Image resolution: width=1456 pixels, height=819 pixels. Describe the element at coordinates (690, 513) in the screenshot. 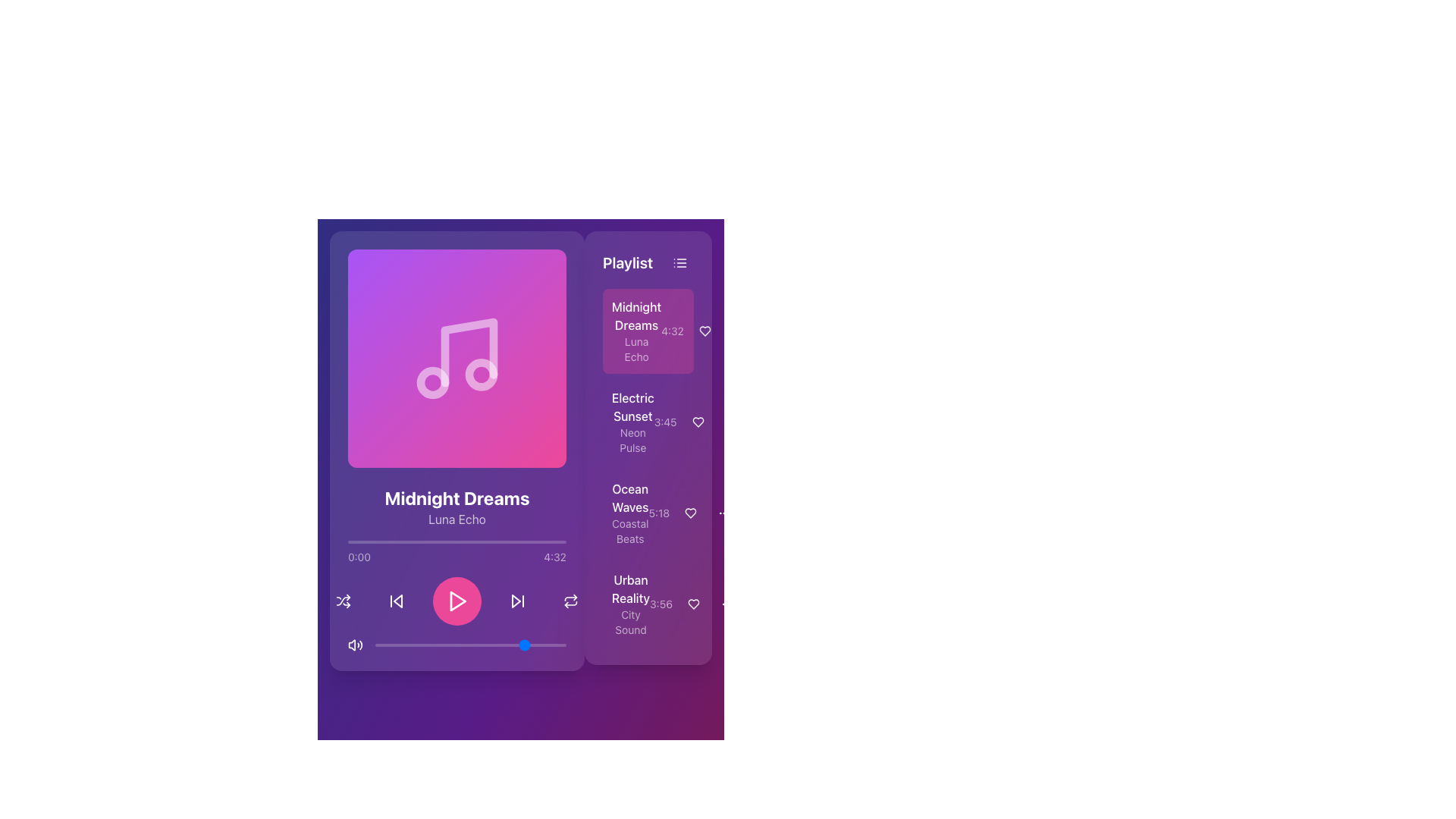

I see `the heart-shaped icon in the 'Playlist' section next to 'Ocean Waves - Coastal Beats' to mark it as a favorite` at that location.